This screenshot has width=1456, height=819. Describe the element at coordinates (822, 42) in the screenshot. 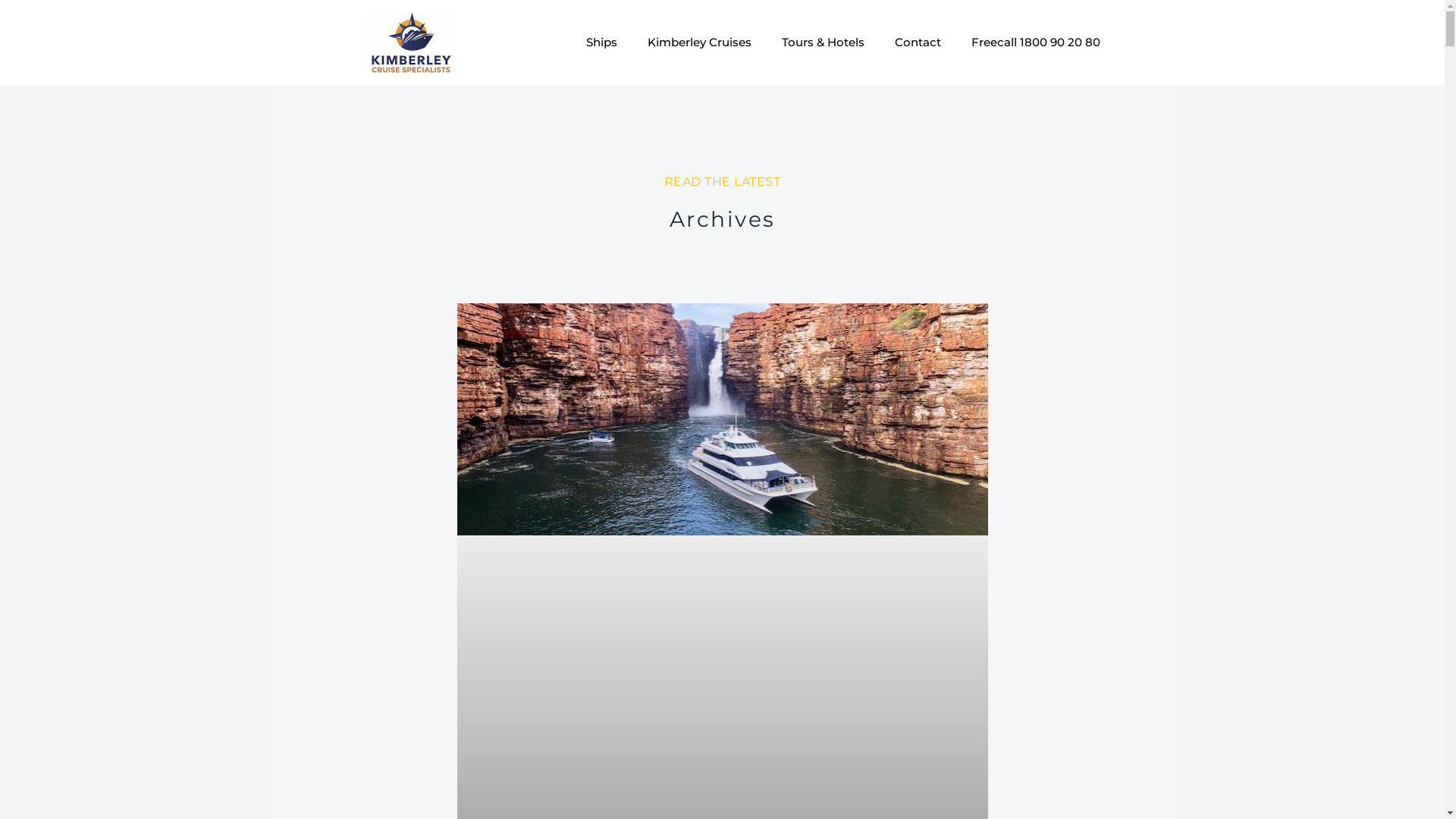

I see `'Tours & Hotels'` at that location.